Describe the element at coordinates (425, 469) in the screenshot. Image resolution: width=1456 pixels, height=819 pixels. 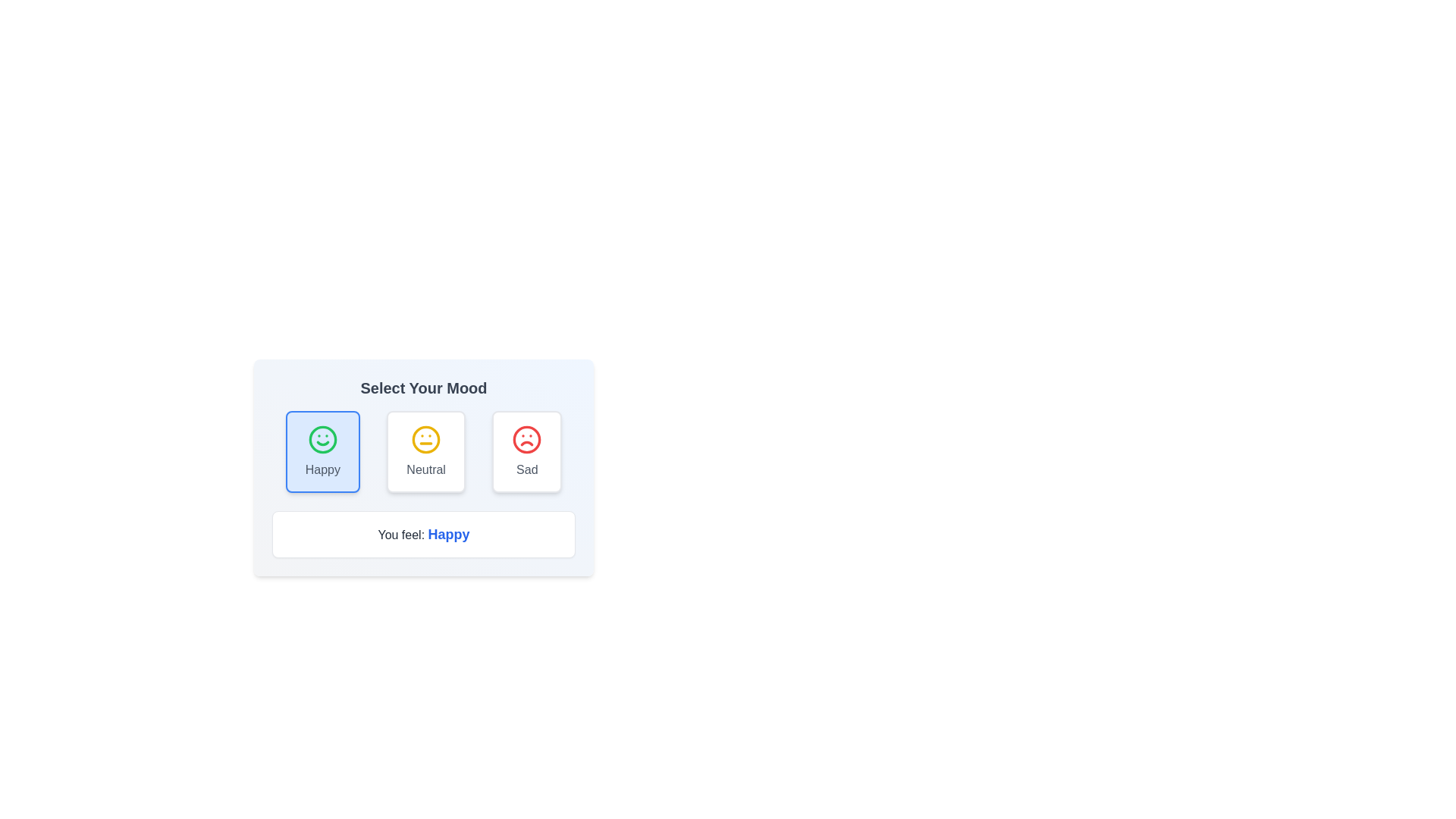
I see `text label for the mood option 'Neutral' located at the bottom of the middle card of a three-card set` at that location.